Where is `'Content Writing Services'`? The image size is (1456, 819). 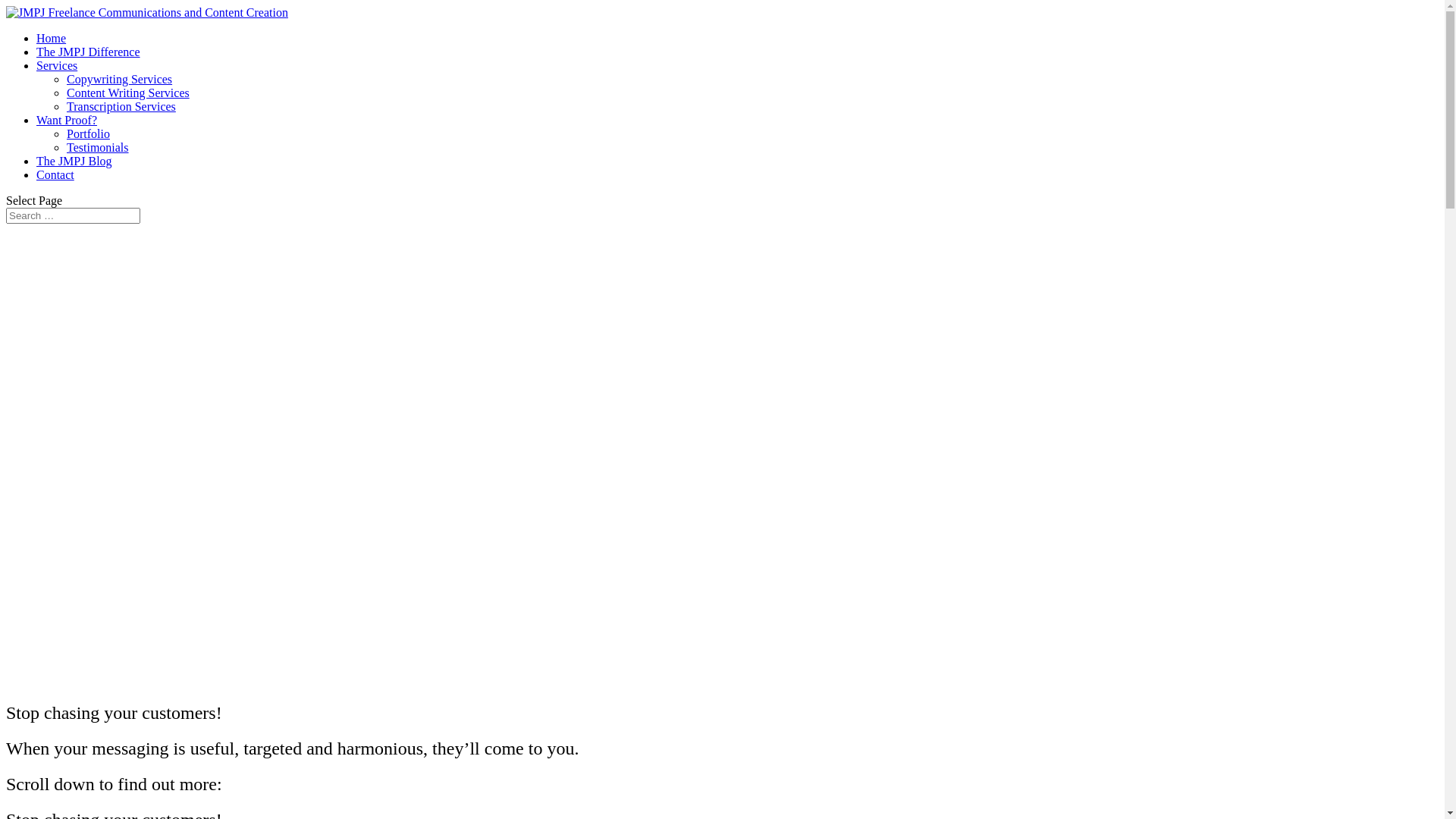 'Content Writing Services' is located at coordinates (127, 93).